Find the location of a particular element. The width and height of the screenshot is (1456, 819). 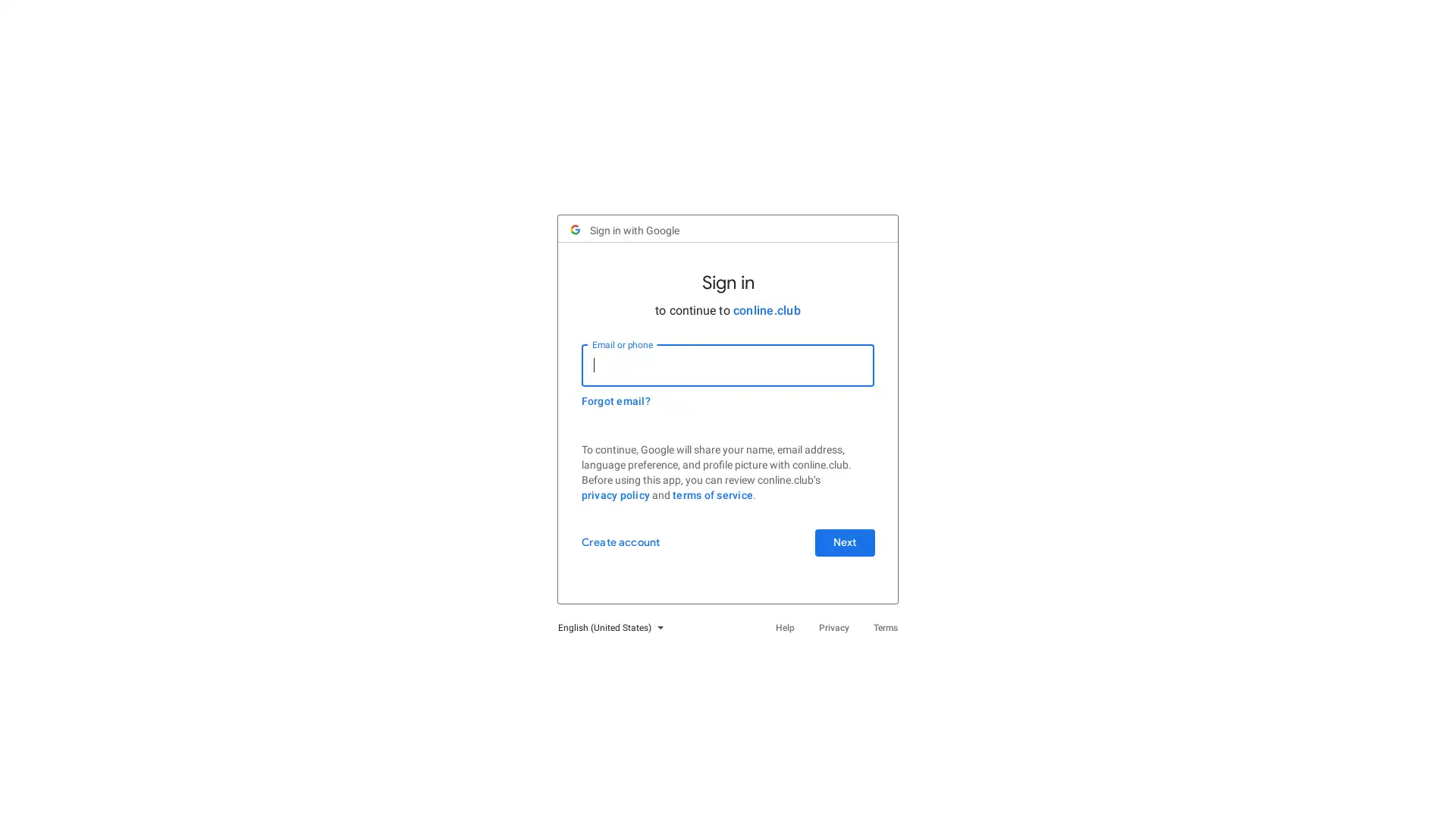

Create account is located at coordinates (627, 548).